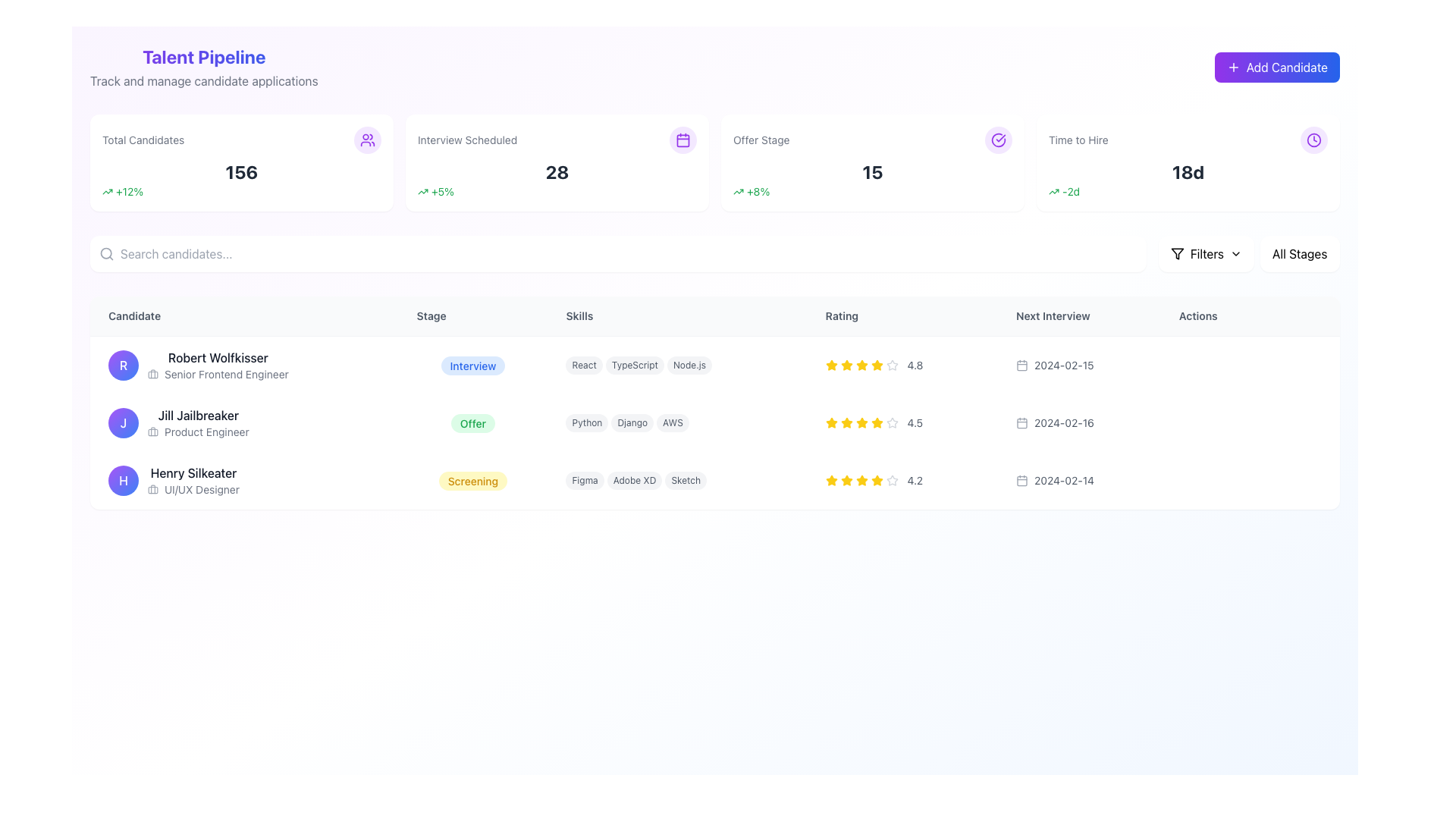  What do you see at coordinates (761, 140) in the screenshot?
I see `the static text label indicating 'Offer Stage' located below the heading 'Talent Pipeline' in the third visual card from the left` at bounding box center [761, 140].